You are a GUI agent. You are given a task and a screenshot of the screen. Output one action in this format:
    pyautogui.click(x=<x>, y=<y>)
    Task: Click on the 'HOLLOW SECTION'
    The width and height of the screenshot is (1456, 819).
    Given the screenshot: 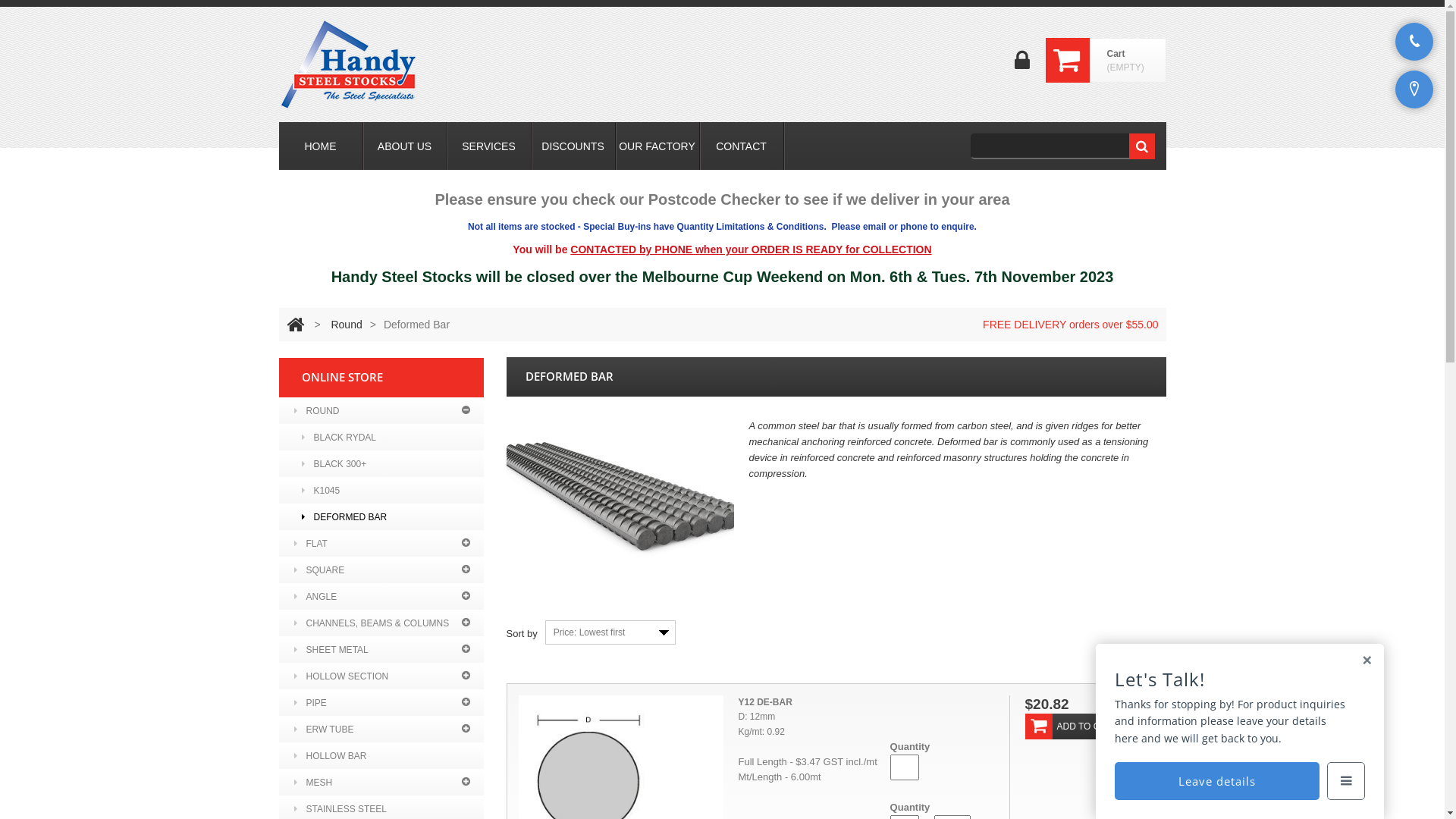 What is the action you would take?
    pyautogui.click(x=381, y=675)
    